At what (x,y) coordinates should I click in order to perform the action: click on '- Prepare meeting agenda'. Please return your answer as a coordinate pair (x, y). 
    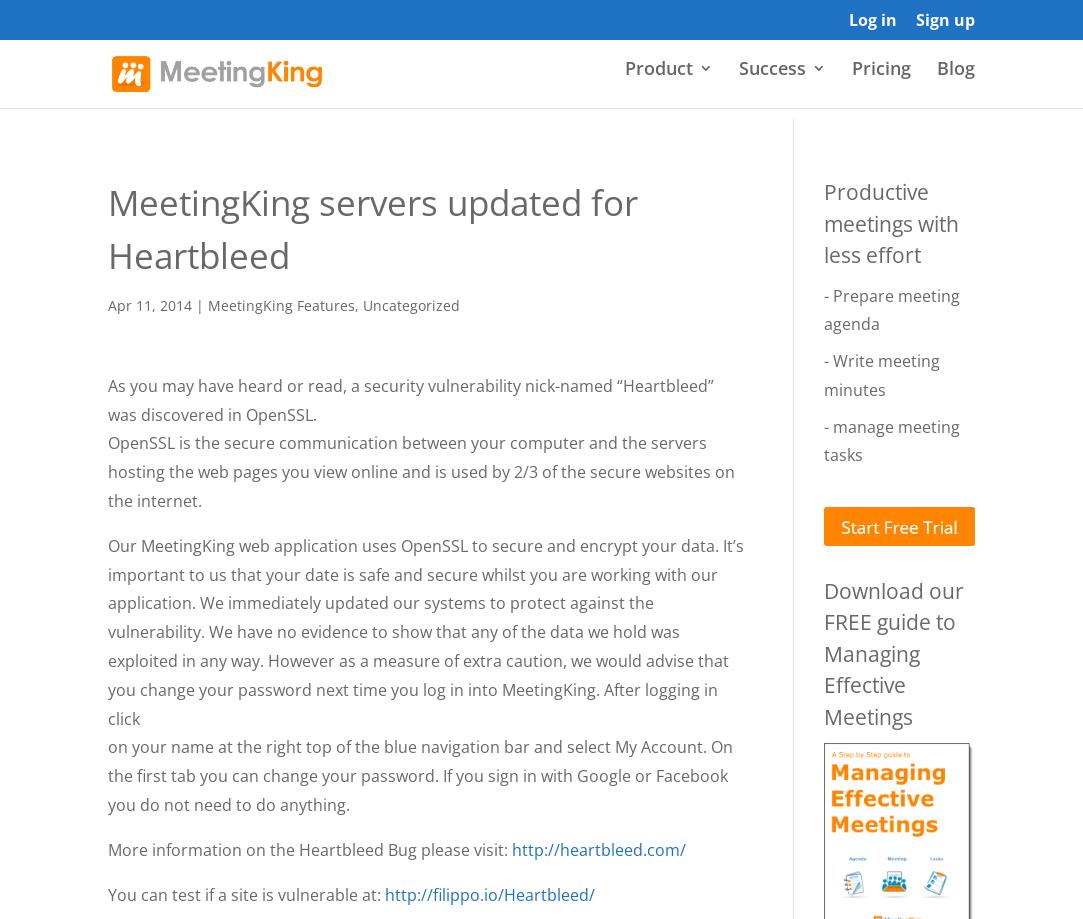
    Looking at the image, I should click on (890, 308).